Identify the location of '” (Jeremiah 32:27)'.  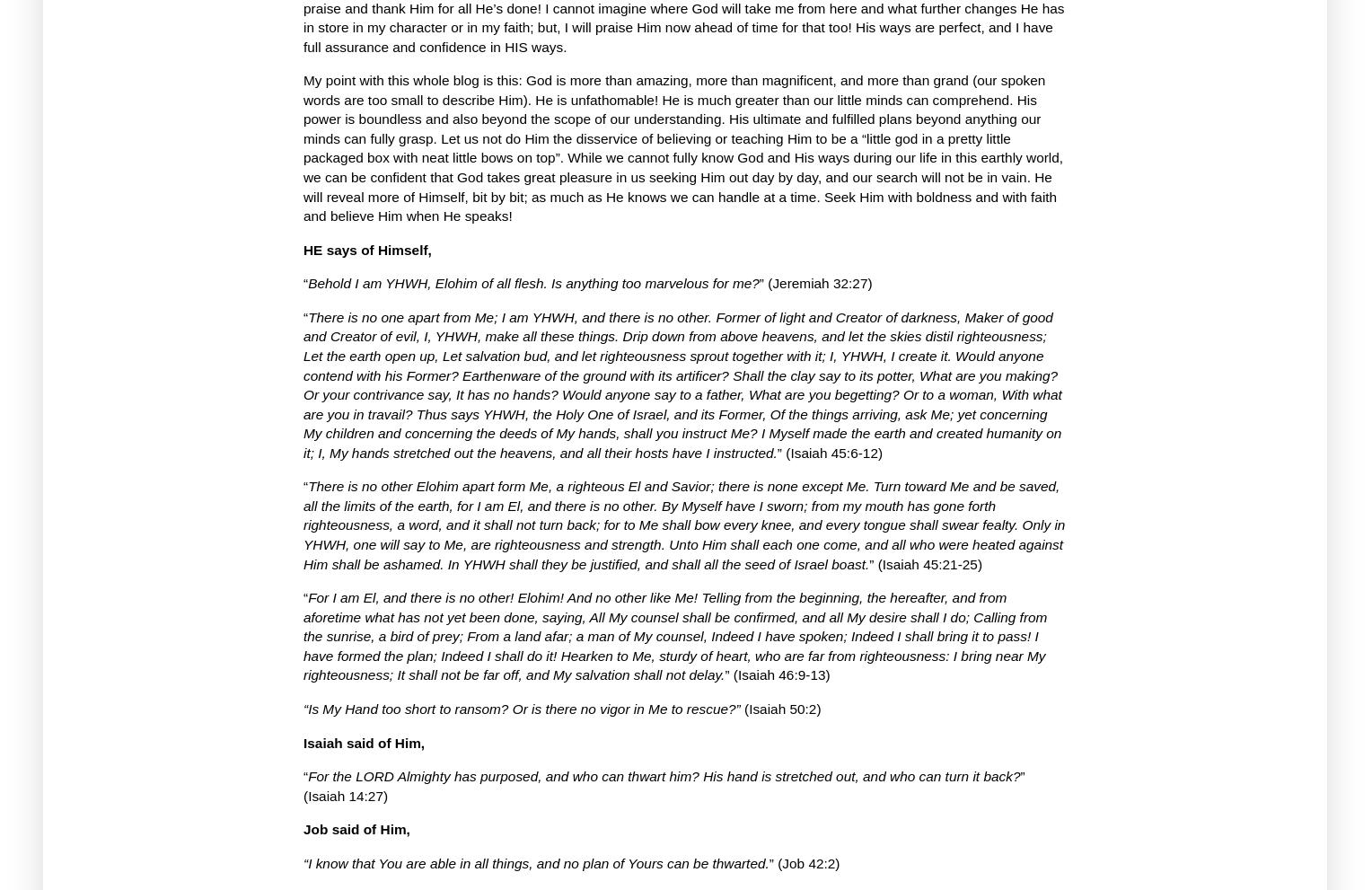
(814, 282).